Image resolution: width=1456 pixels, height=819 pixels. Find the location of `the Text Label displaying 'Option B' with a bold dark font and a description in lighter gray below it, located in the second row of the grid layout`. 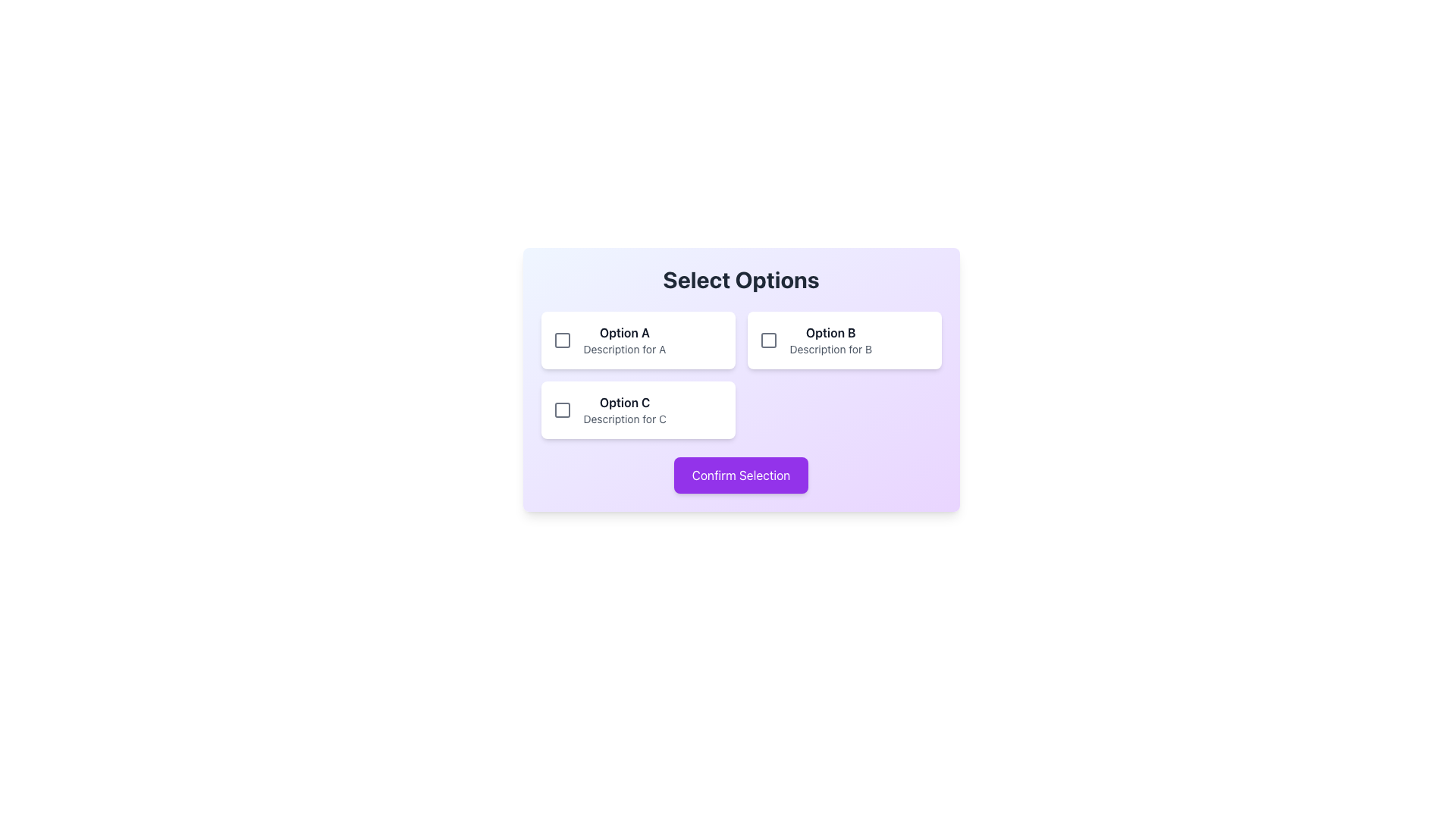

the Text Label displaying 'Option B' with a bold dark font and a description in lighter gray below it, located in the second row of the grid layout is located at coordinates (830, 339).